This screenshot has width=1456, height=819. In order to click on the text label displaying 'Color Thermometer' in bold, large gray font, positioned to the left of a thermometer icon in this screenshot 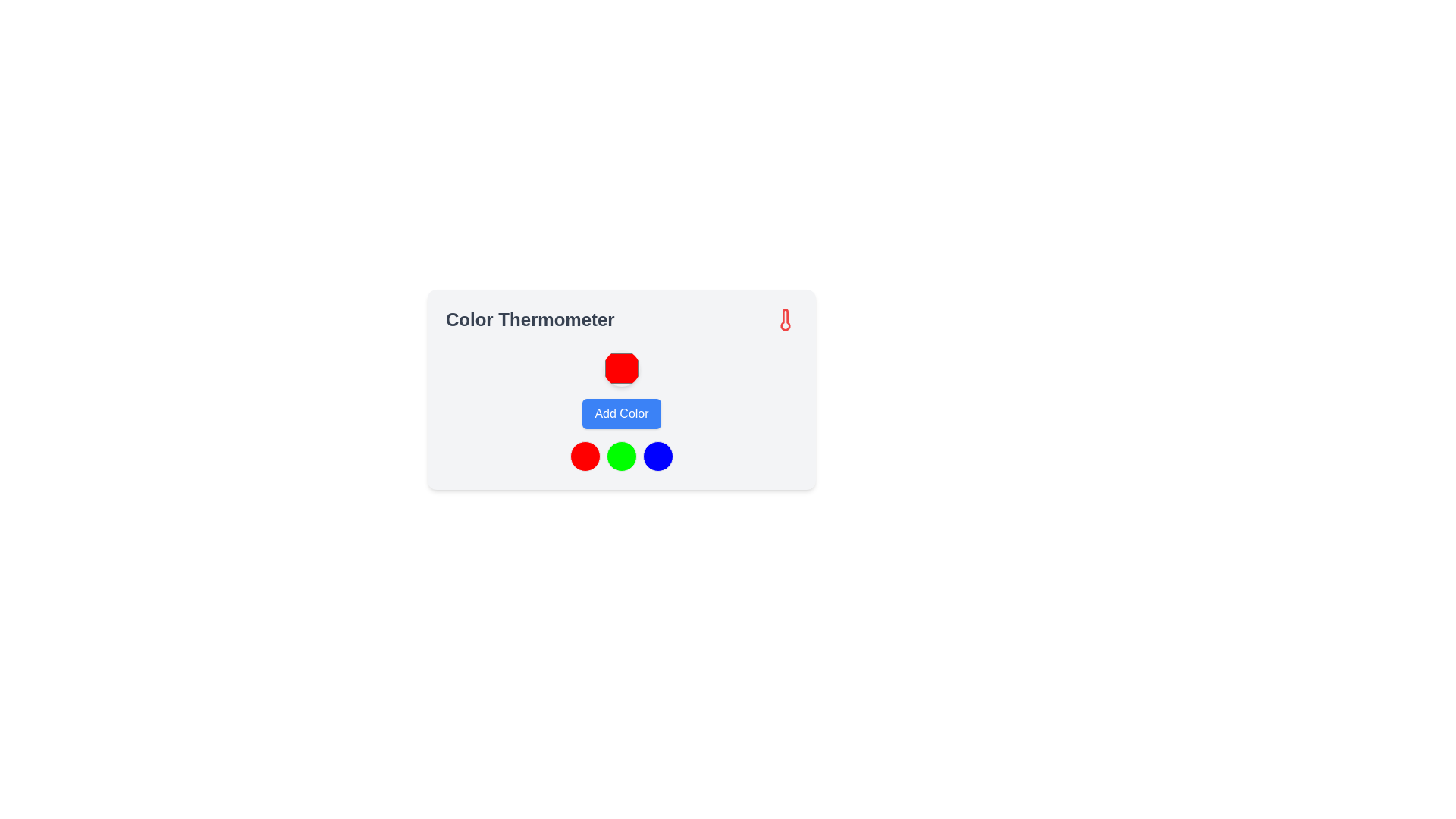, I will do `click(530, 318)`.